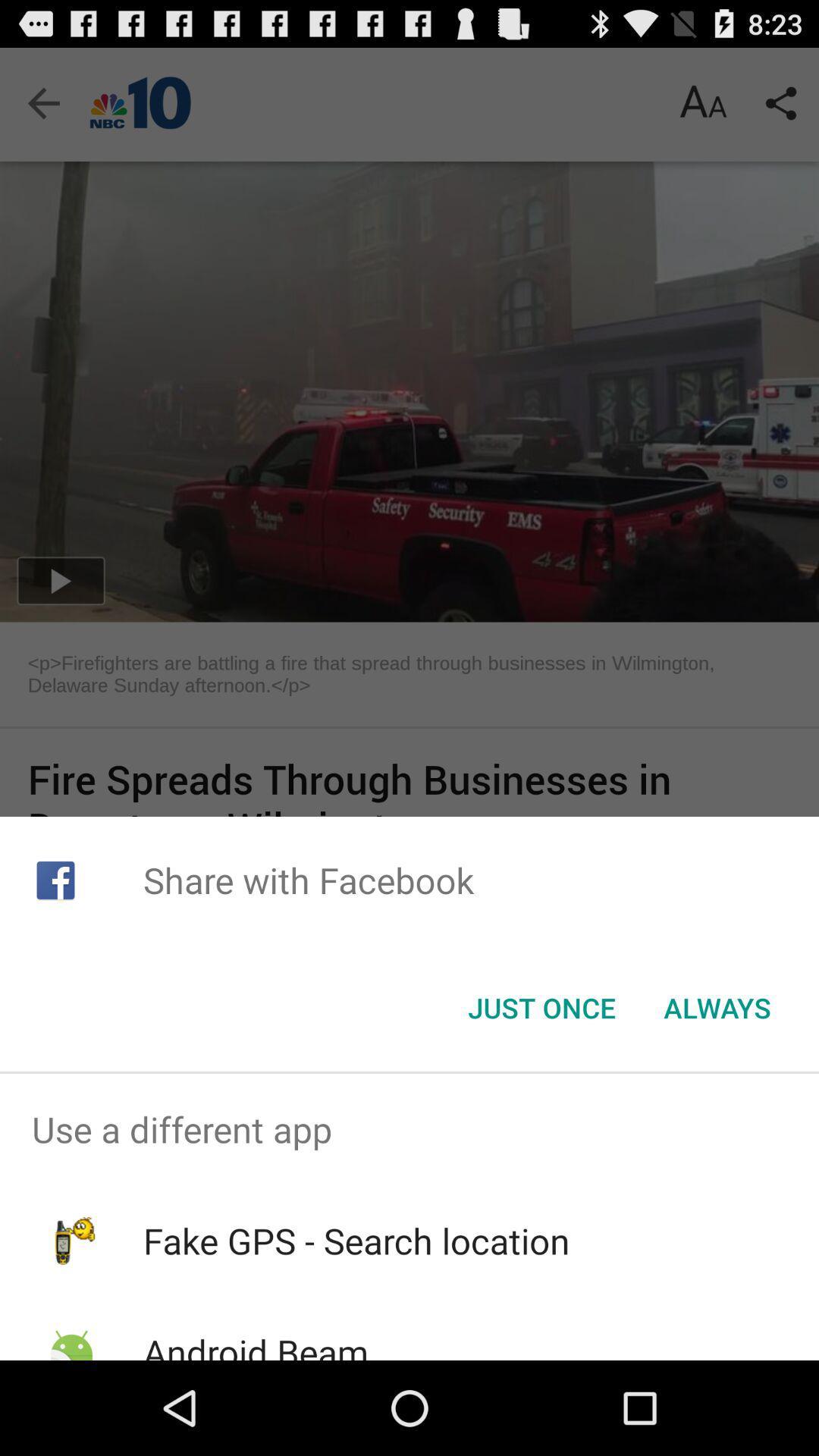 The width and height of the screenshot is (819, 1456). What do you see at coordinates (717, 1008) in the screenshot?
I see `always item` at bounding box center [717, 1008].